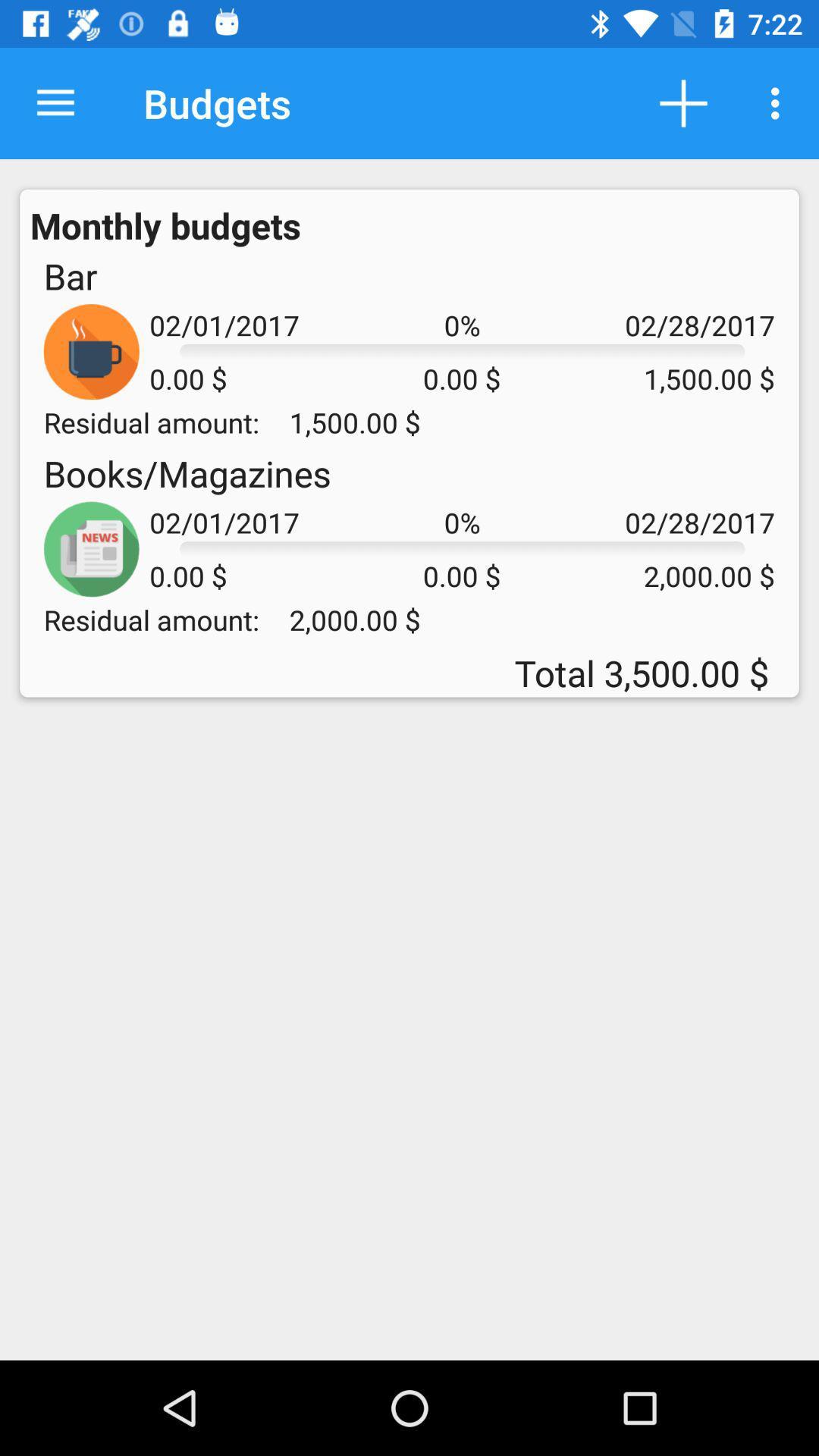 This screenshot has width=819, height=1456. What do you see at coordinates (683, 102) in the screenshot?
I see `item above 02/28/2017 icon` at bounding box center [683, 102].